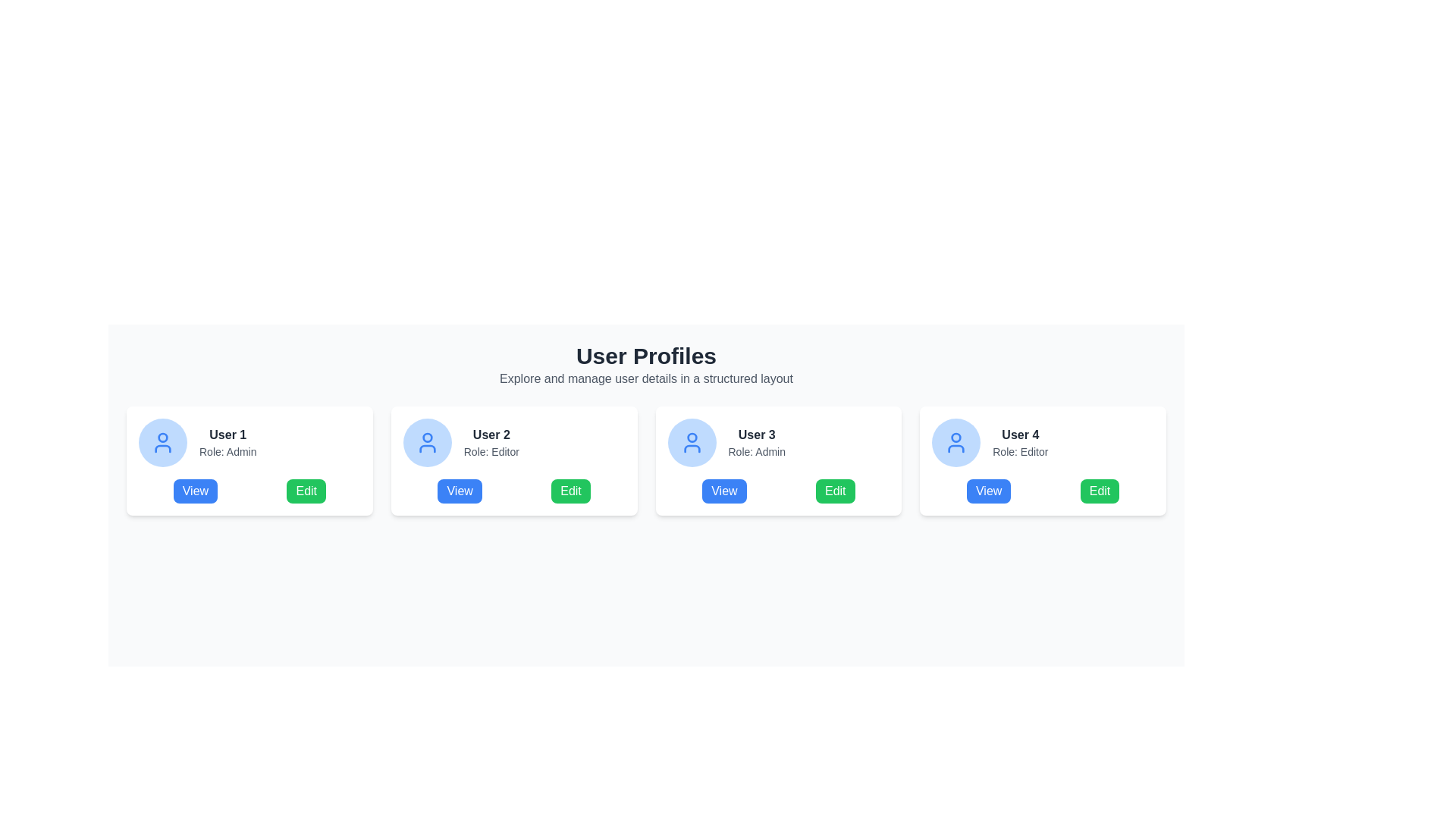 The image size is (1456, 819). I want to click on the Text label that displays 'User 4' in bold and 'Role: Editor' in a smaller font, located in the last card under 'User Profiles', so click(1020, 442).